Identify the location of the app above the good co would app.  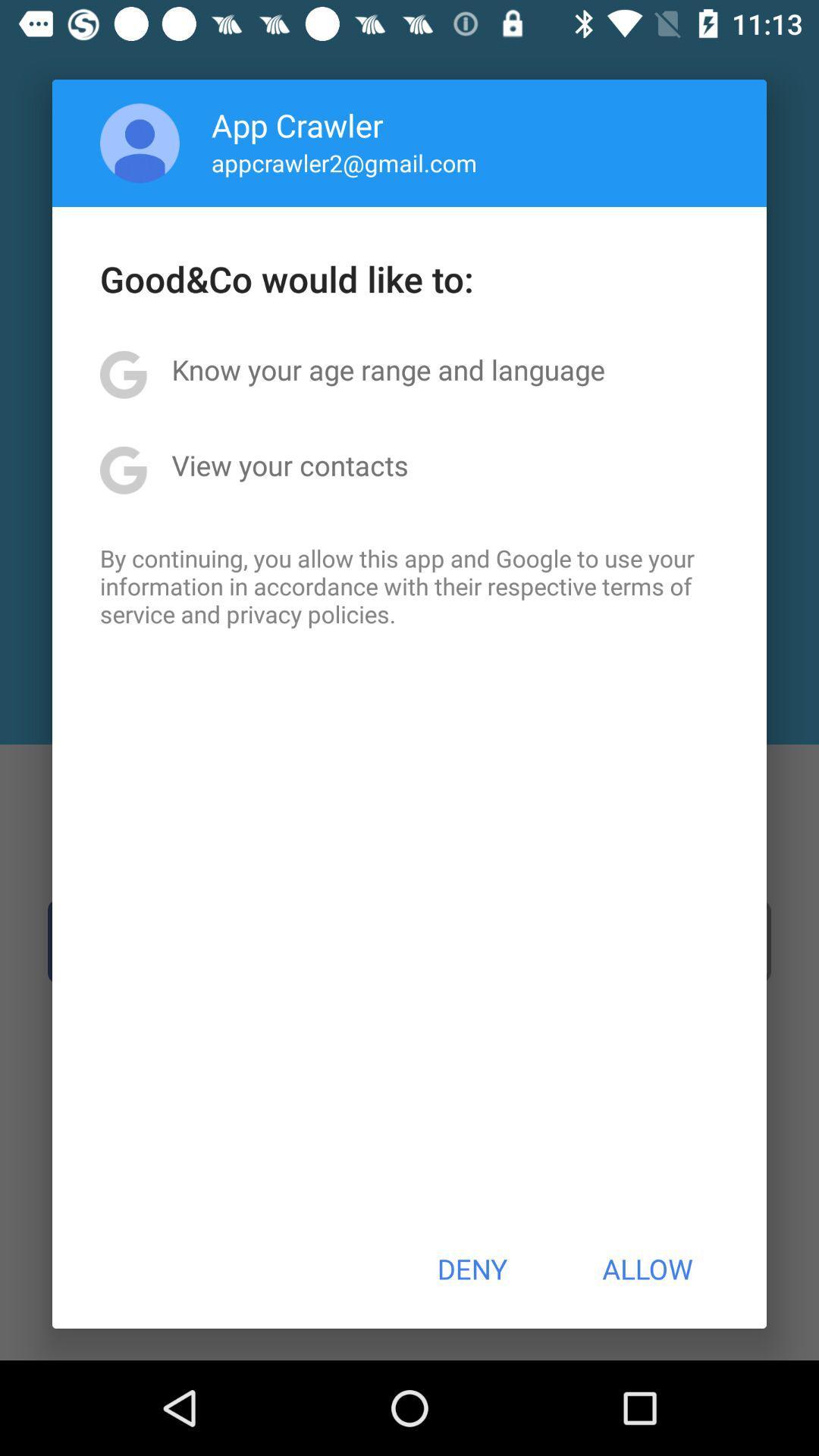
(140, 143).